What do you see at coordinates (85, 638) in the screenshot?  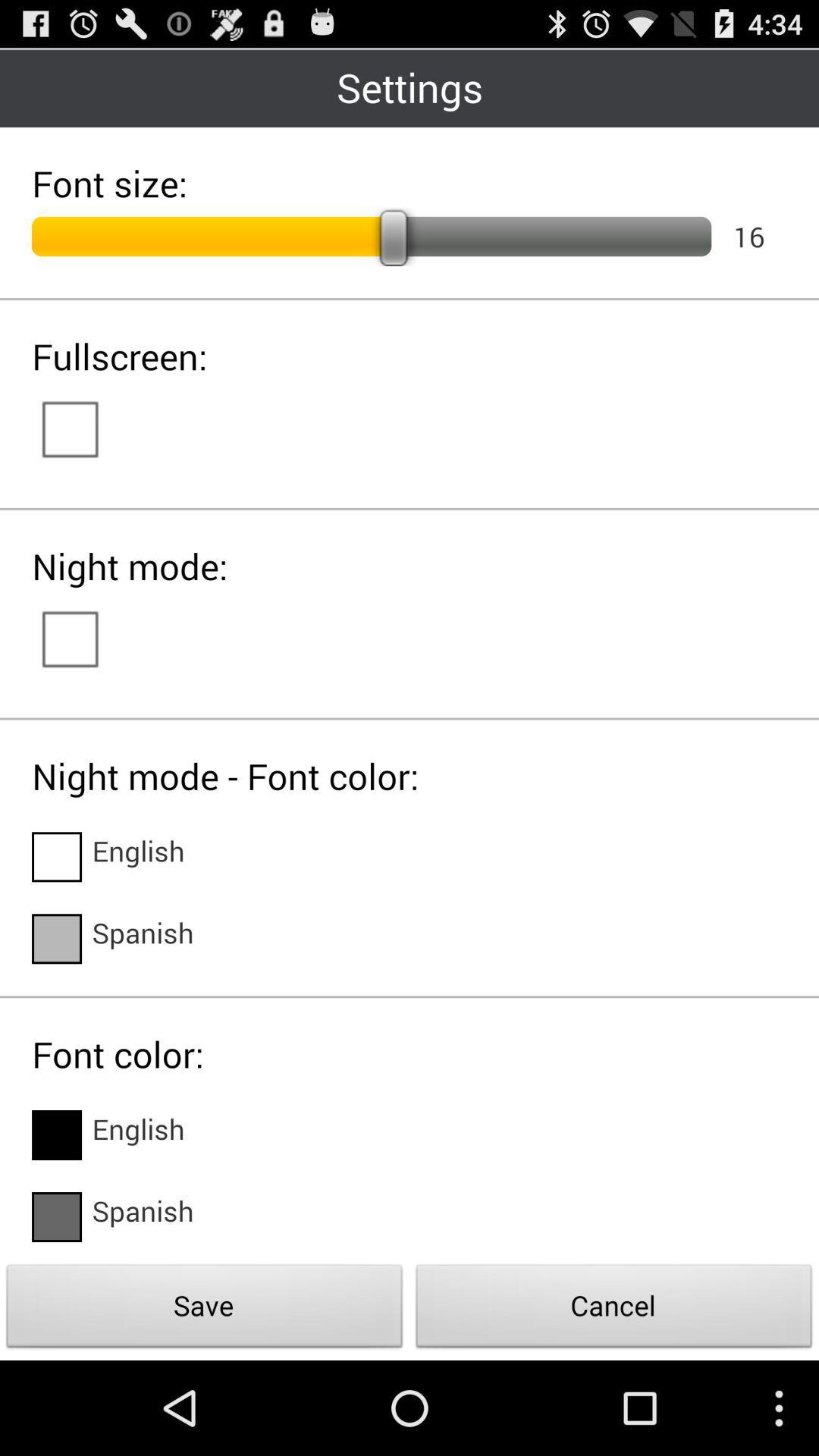 I see `selection button` at bounding box center [85, 638].